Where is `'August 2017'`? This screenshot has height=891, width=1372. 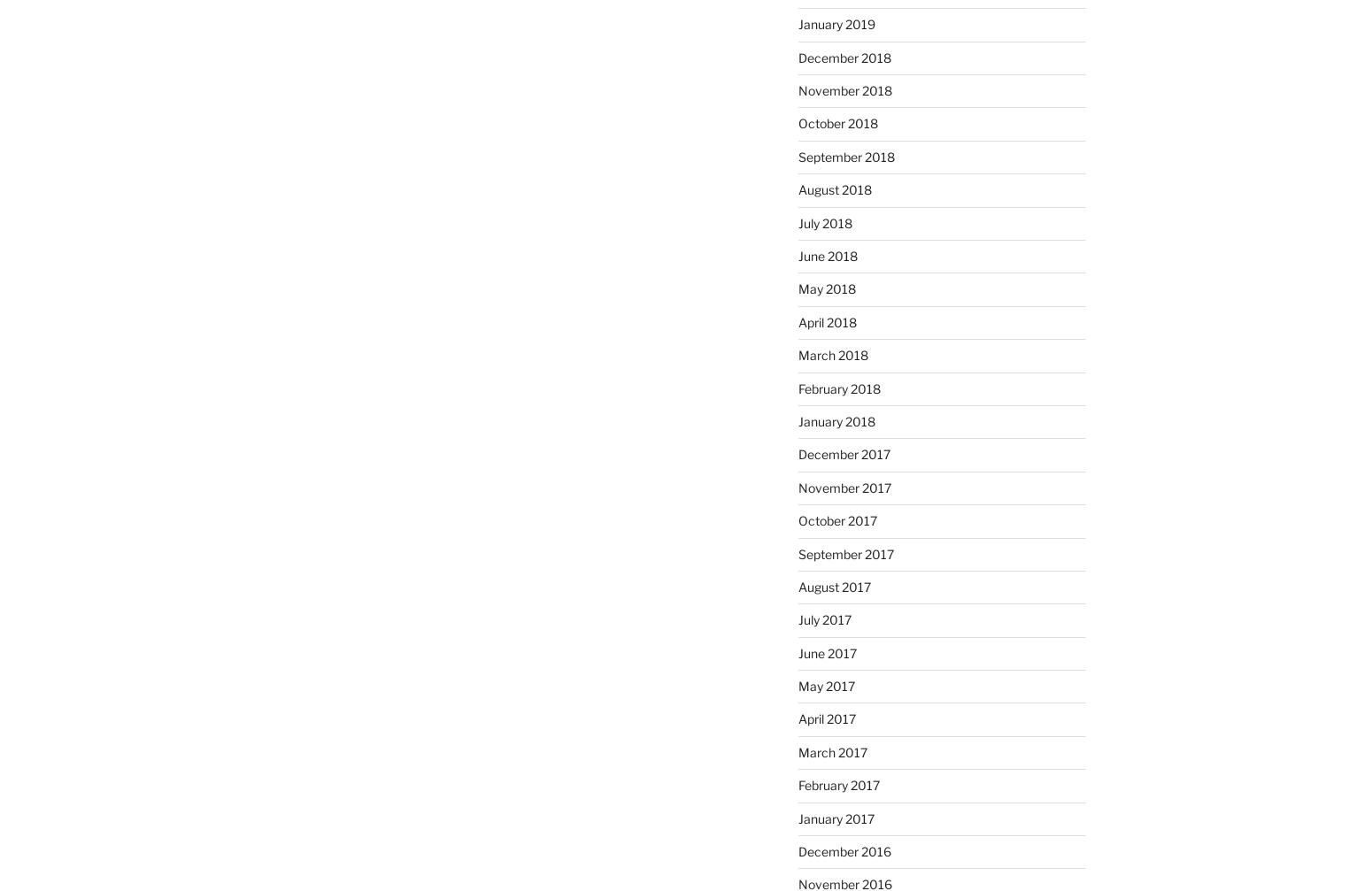 'August 2017' is located at coordinates (832, 585).